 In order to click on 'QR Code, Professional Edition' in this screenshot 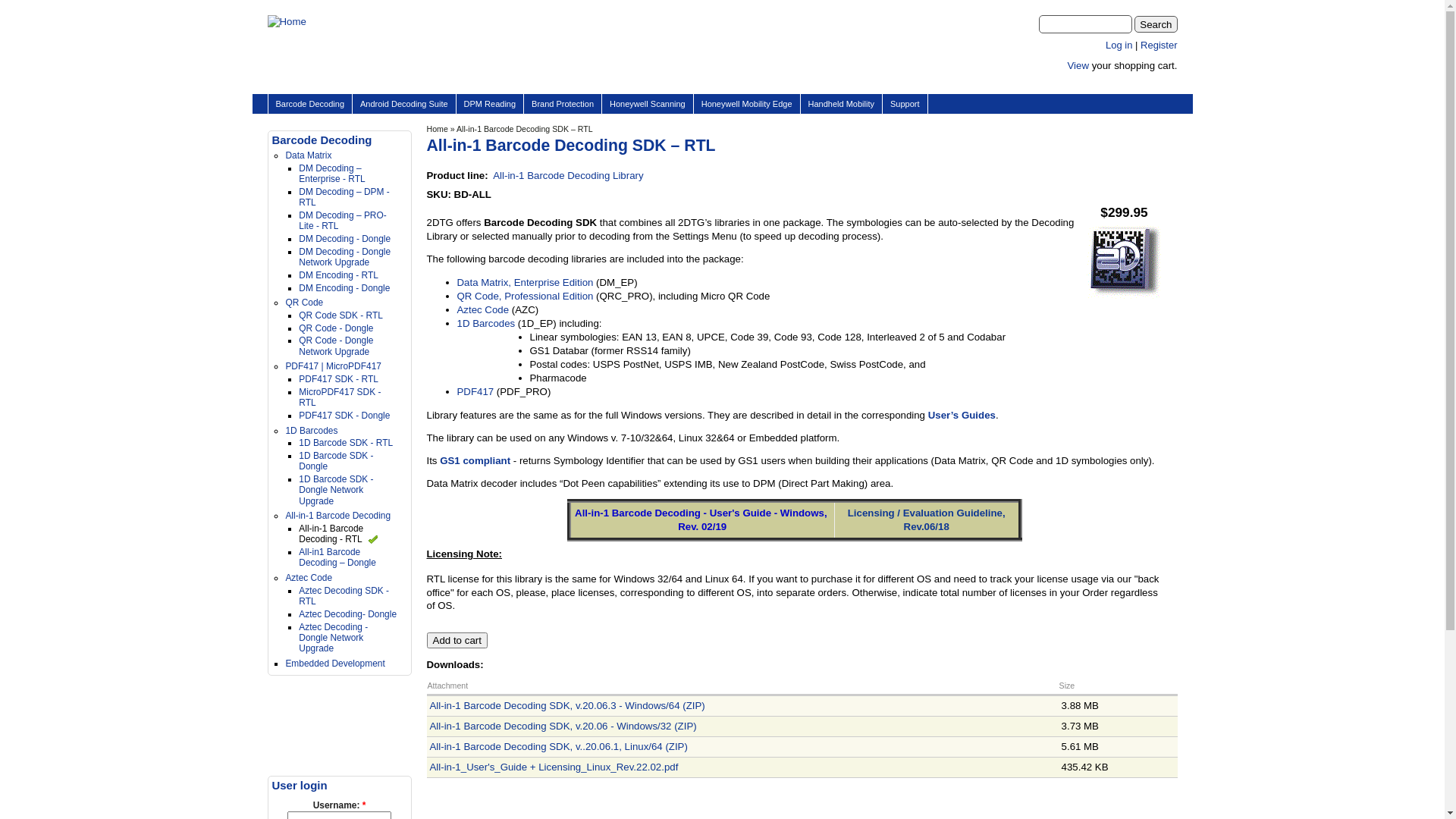, I will do `click(524, 296)`.